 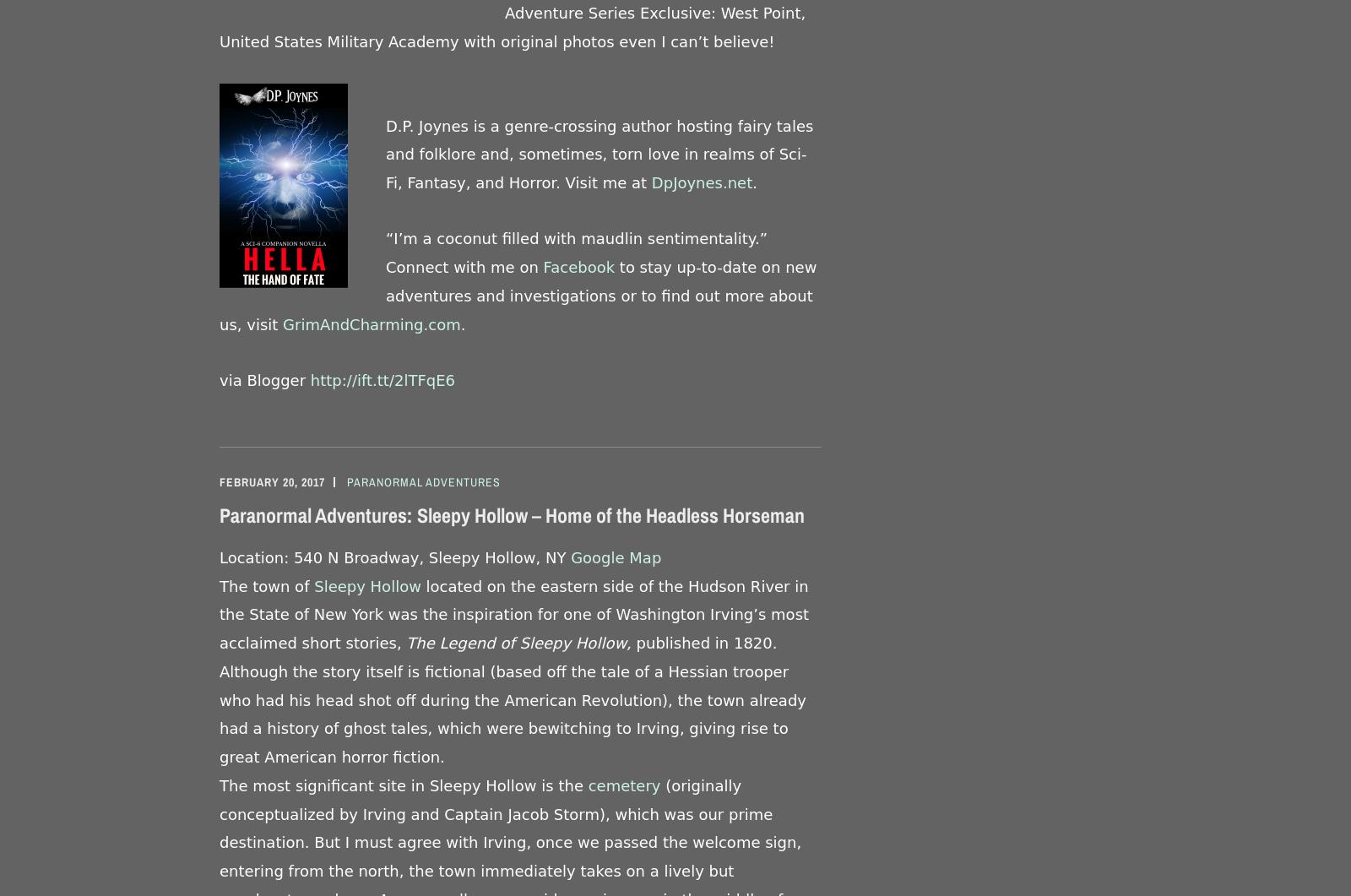 I want to click on 'to stay up-to-date on new adventures and investigations or to find out more about us, visit', so click(x=220, y=295).